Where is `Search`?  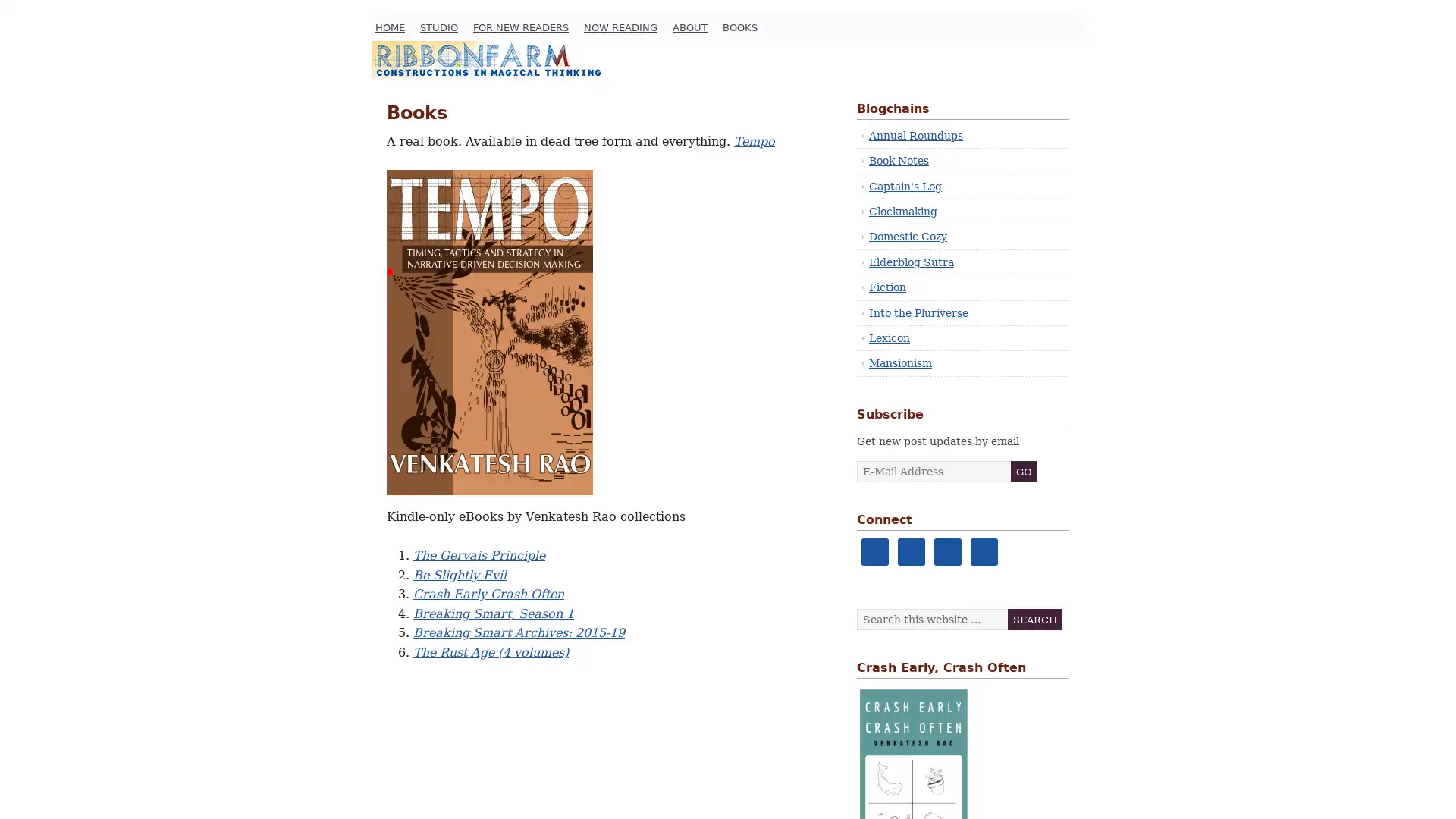
Search is located at coordinates (1034, 620).